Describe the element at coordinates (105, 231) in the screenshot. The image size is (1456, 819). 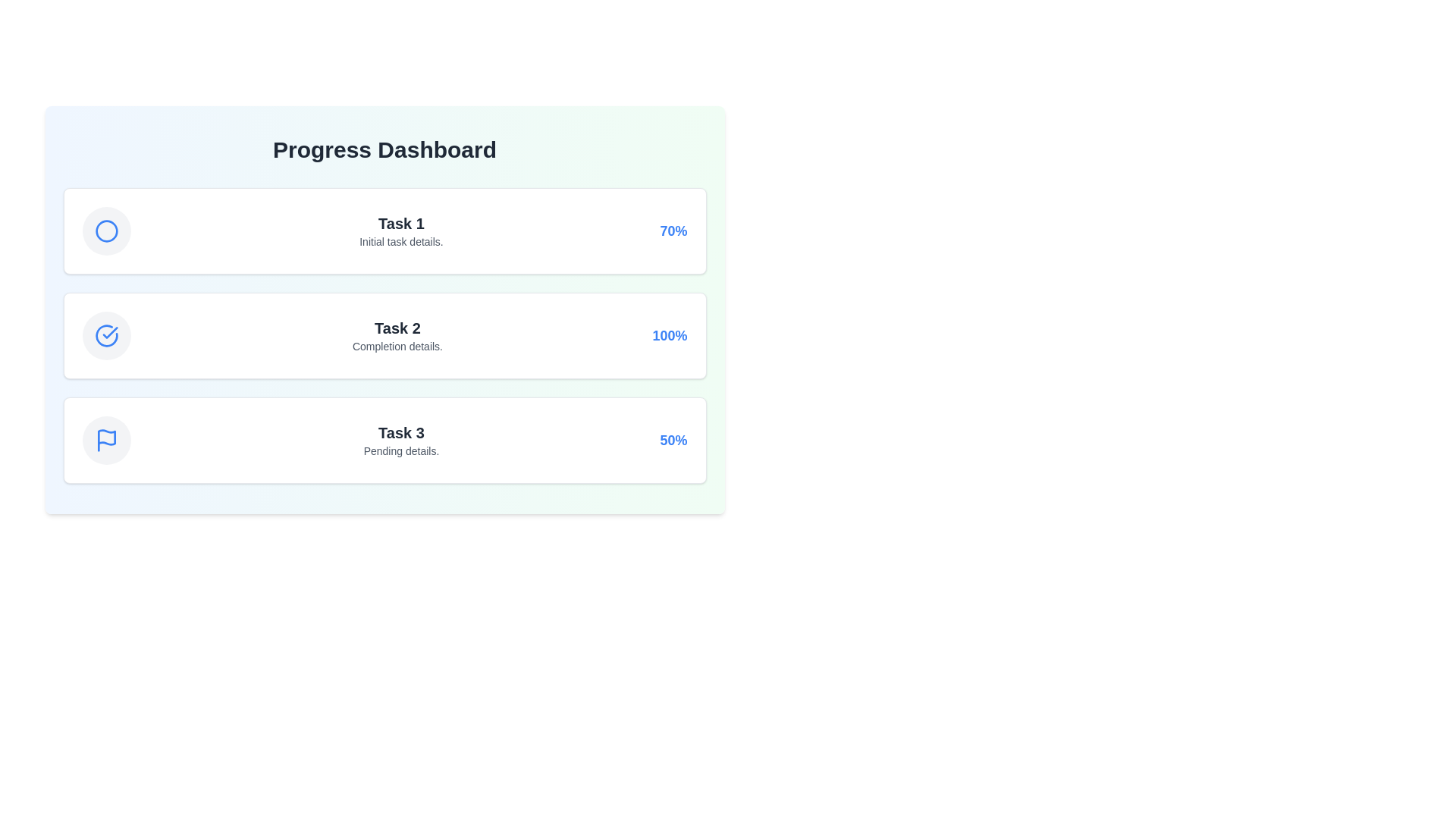
I see `the SVG-based circular icon that serves as a visual identifier for 'Task 1', located at the leftmost position of the first row next to the label 'Task 1'` at that location.